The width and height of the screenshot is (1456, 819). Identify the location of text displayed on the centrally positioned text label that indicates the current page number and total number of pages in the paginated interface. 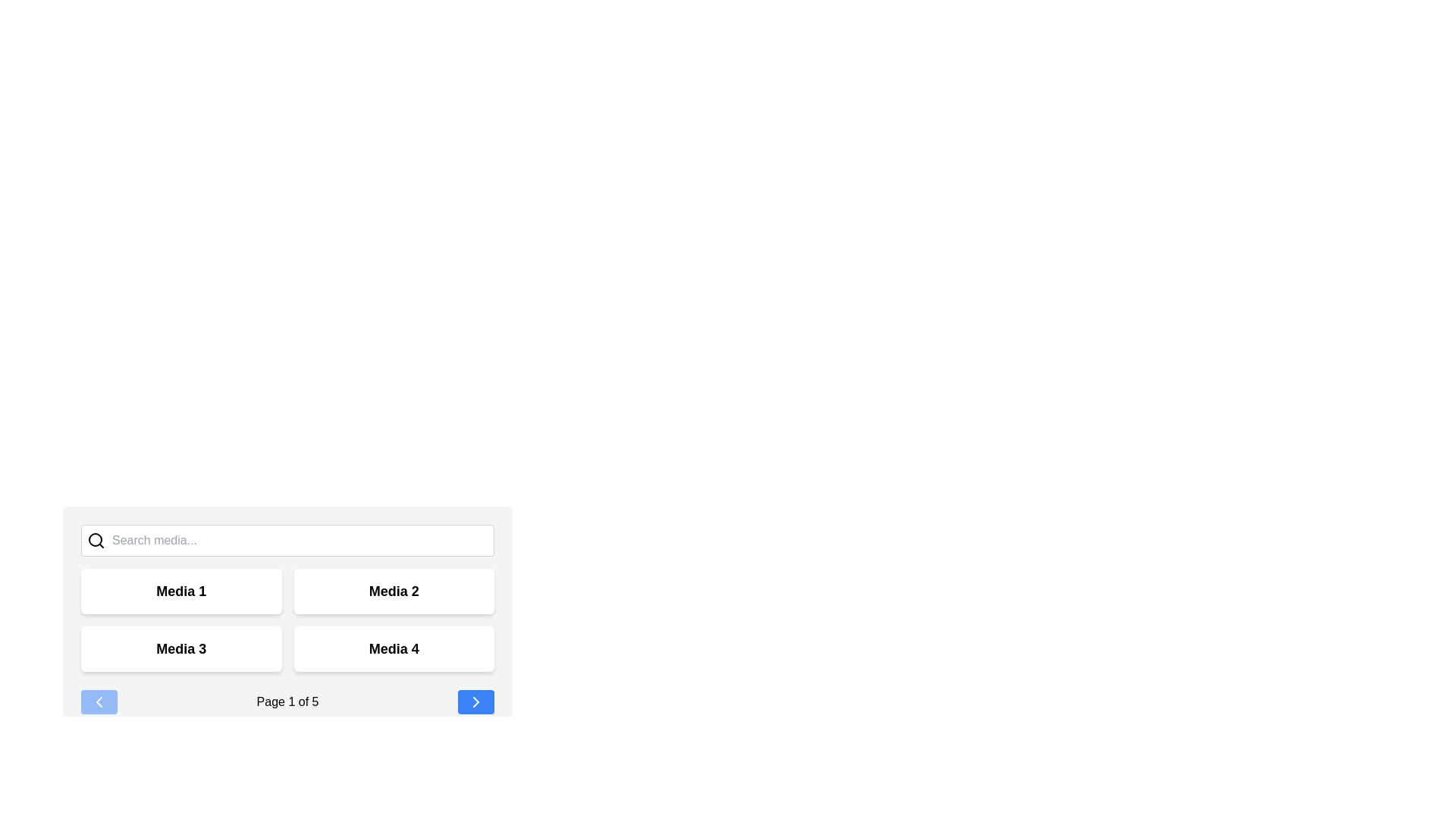
(287, 701).